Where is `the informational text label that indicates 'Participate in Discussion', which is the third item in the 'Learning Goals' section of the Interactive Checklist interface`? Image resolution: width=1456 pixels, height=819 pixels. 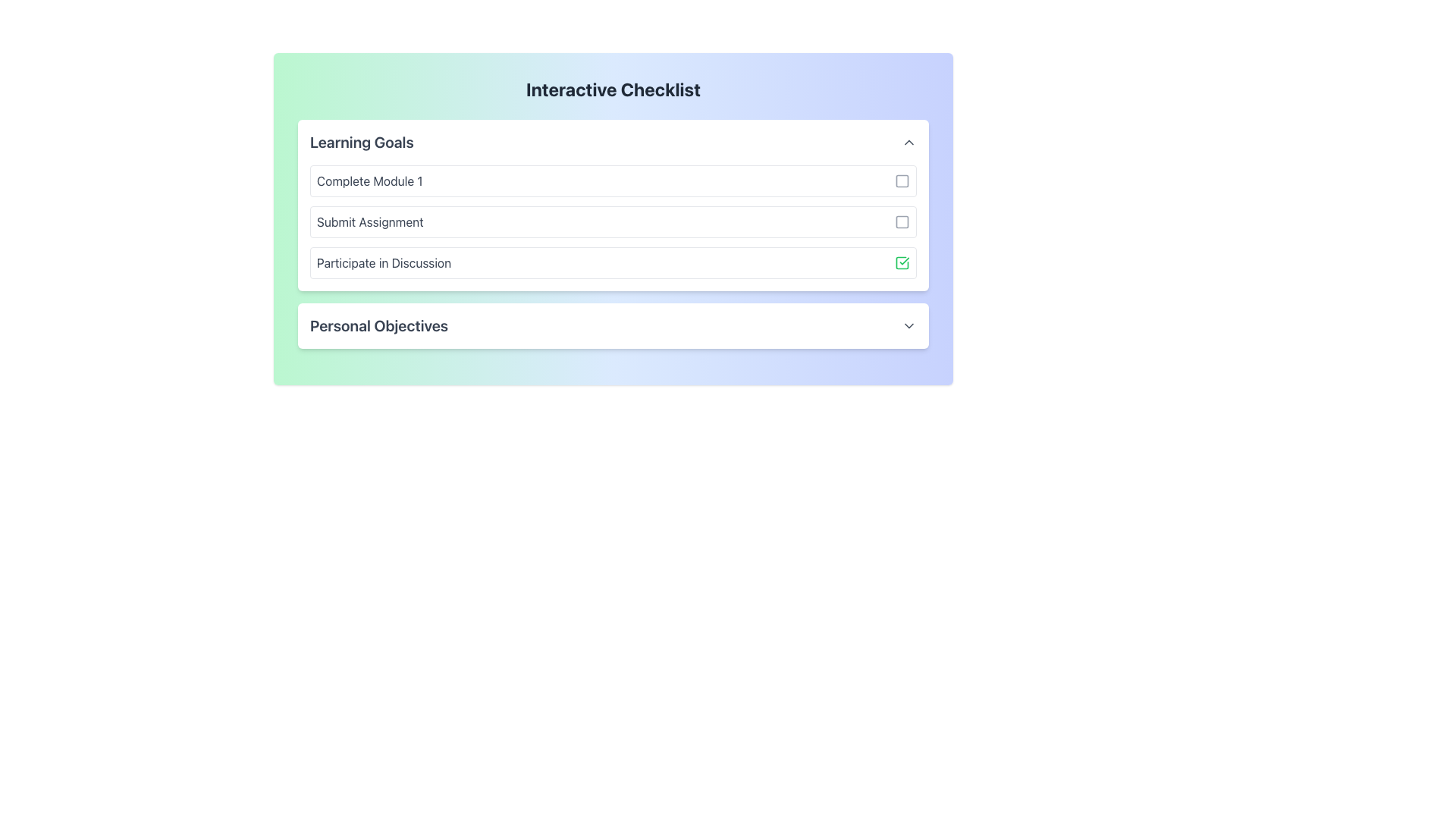 the informational text label that indicates 'Participate in Discussion', which is the third item in the 'Learning Goals' section of the Interactive Checklist interface is located at coordinates (384, 262).